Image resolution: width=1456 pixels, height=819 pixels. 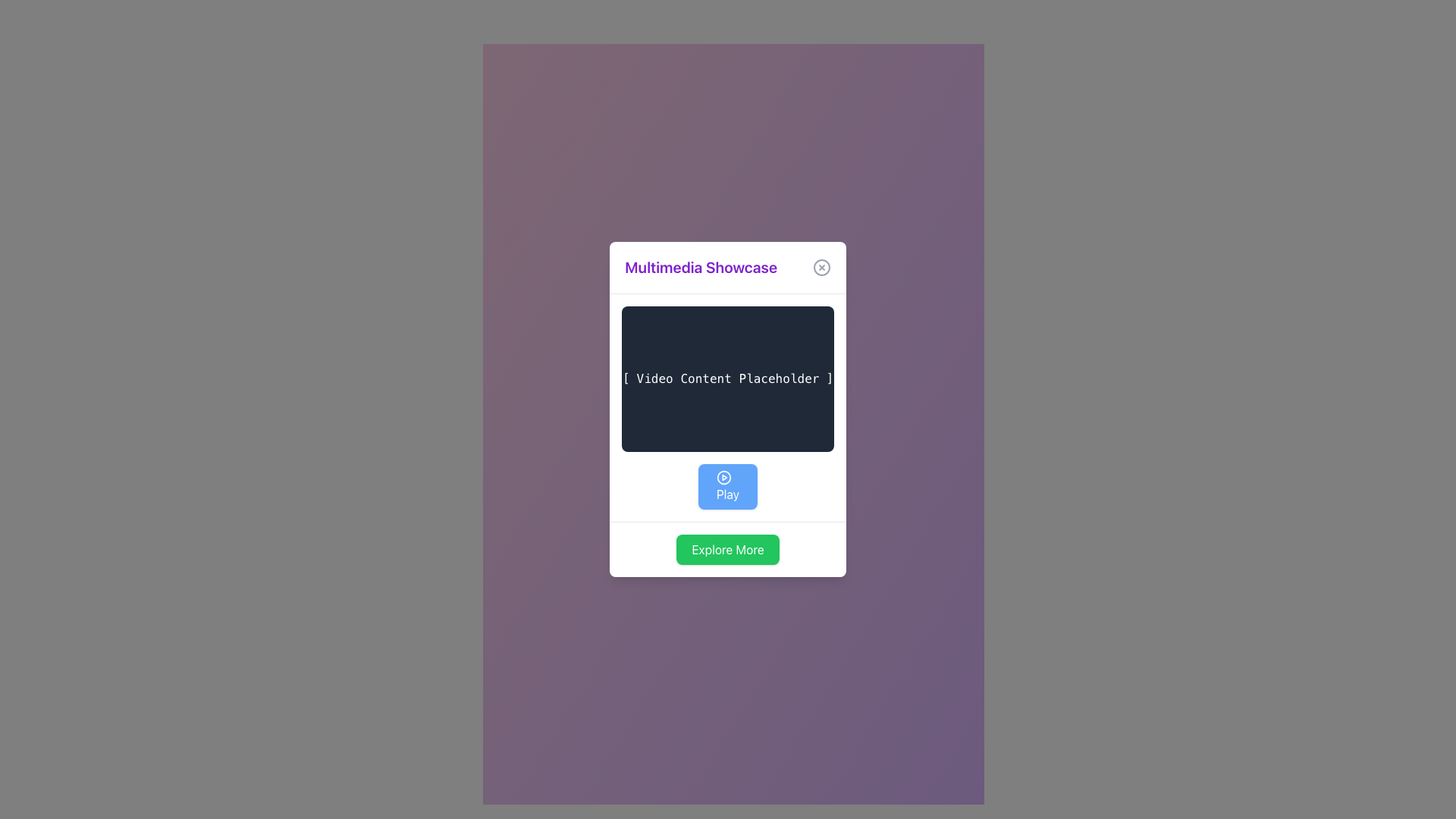 I want to click on text label 'Multimedia Showcase' which is styled as a header in bold purple color, located at the top of the card-like component, so click(x=728, y=267).